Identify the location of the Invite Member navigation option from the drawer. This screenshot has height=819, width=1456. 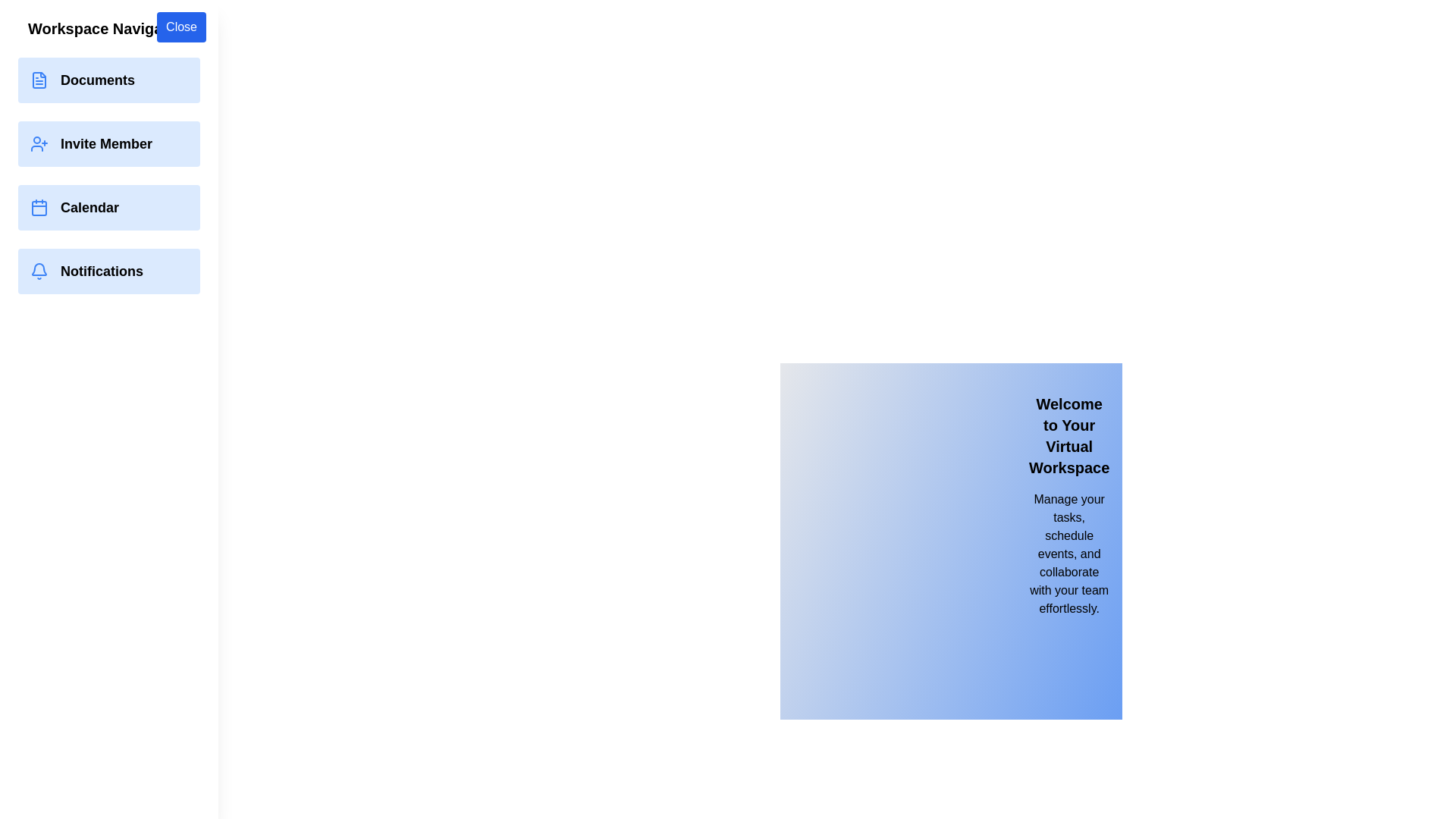
(108, 143).